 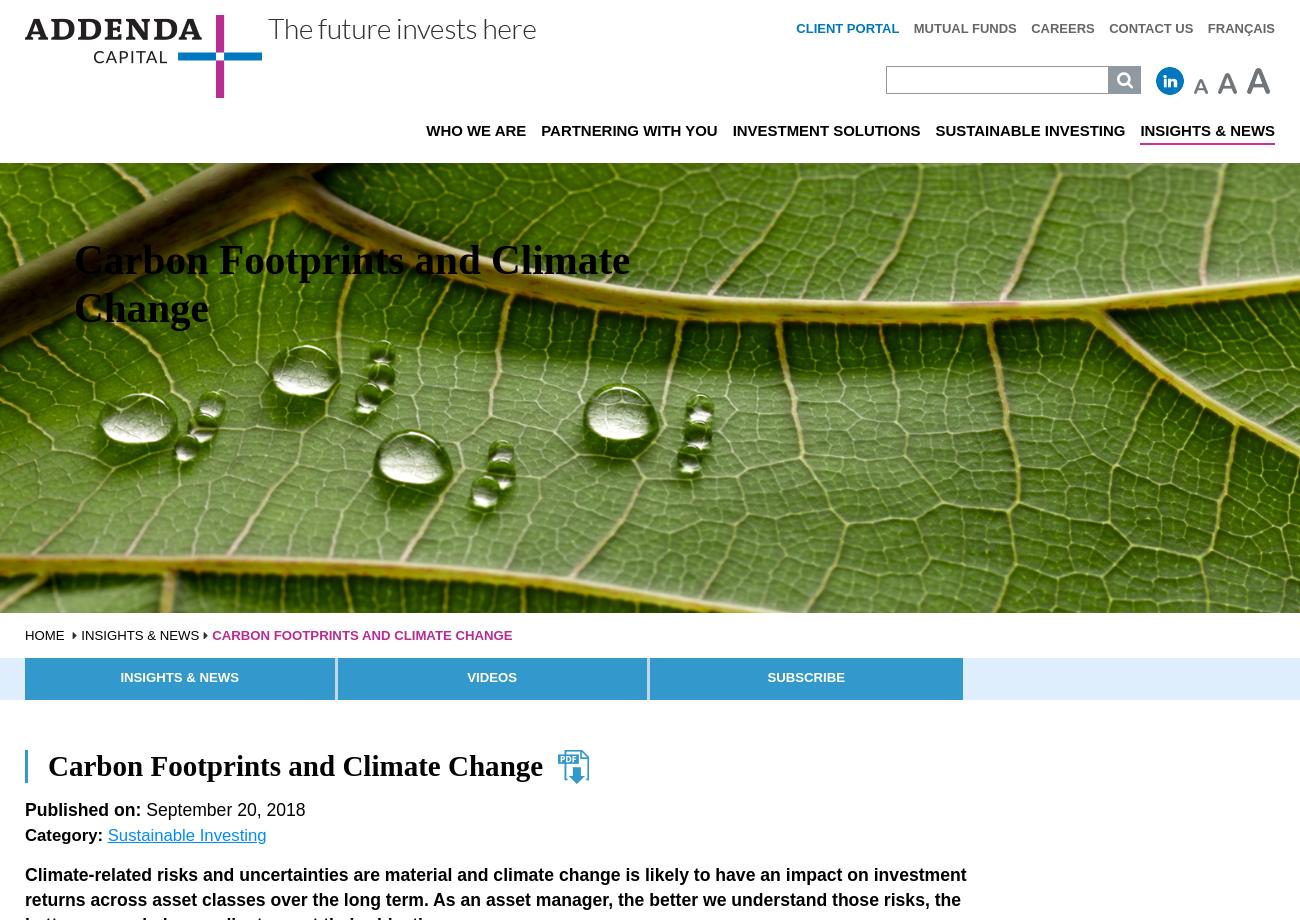 I want to click on 'Category:', so click(x=63, y=834).